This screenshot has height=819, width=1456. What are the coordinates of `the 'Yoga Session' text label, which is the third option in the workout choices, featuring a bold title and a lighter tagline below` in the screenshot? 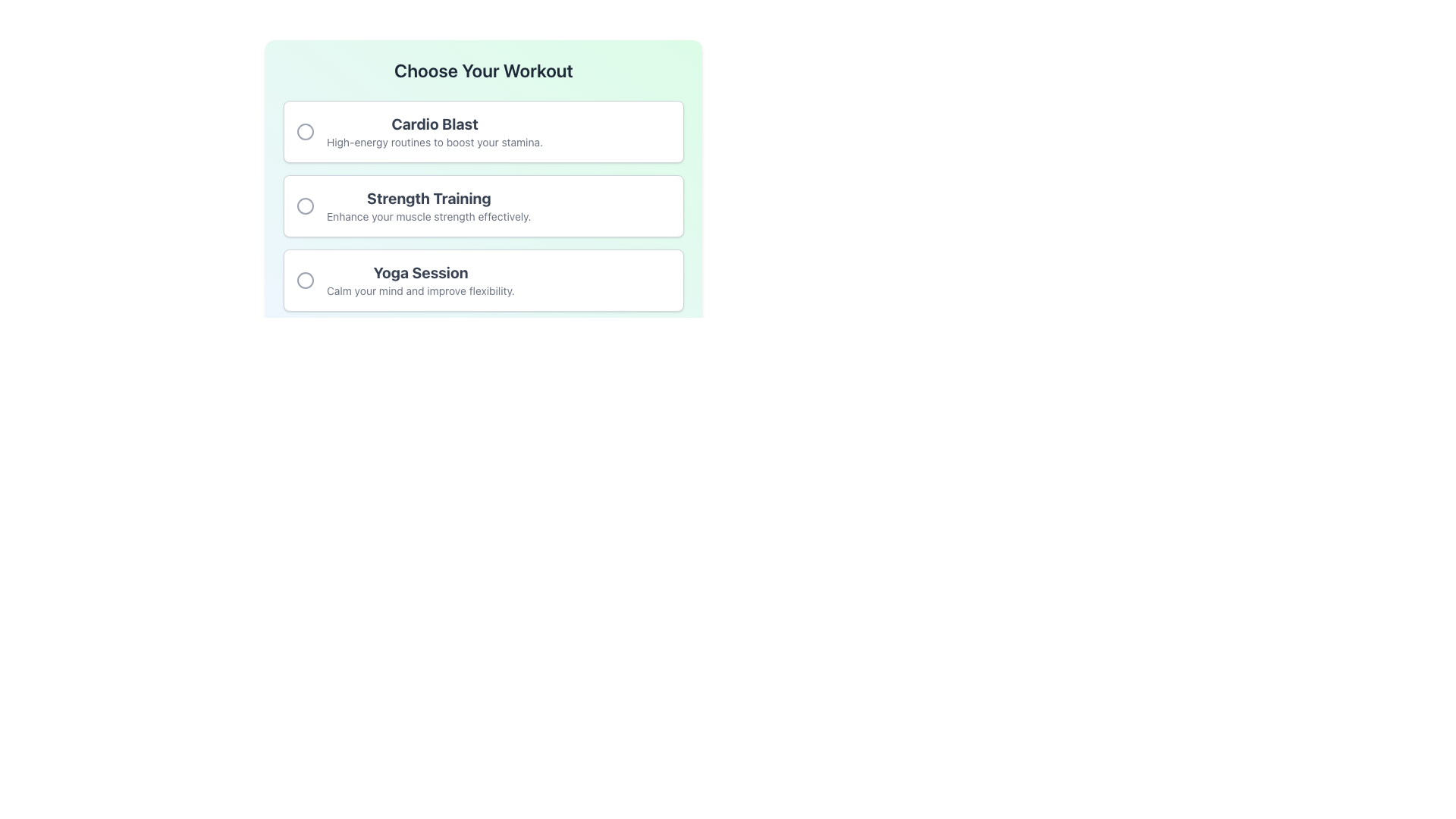 It's located at (420, 281).